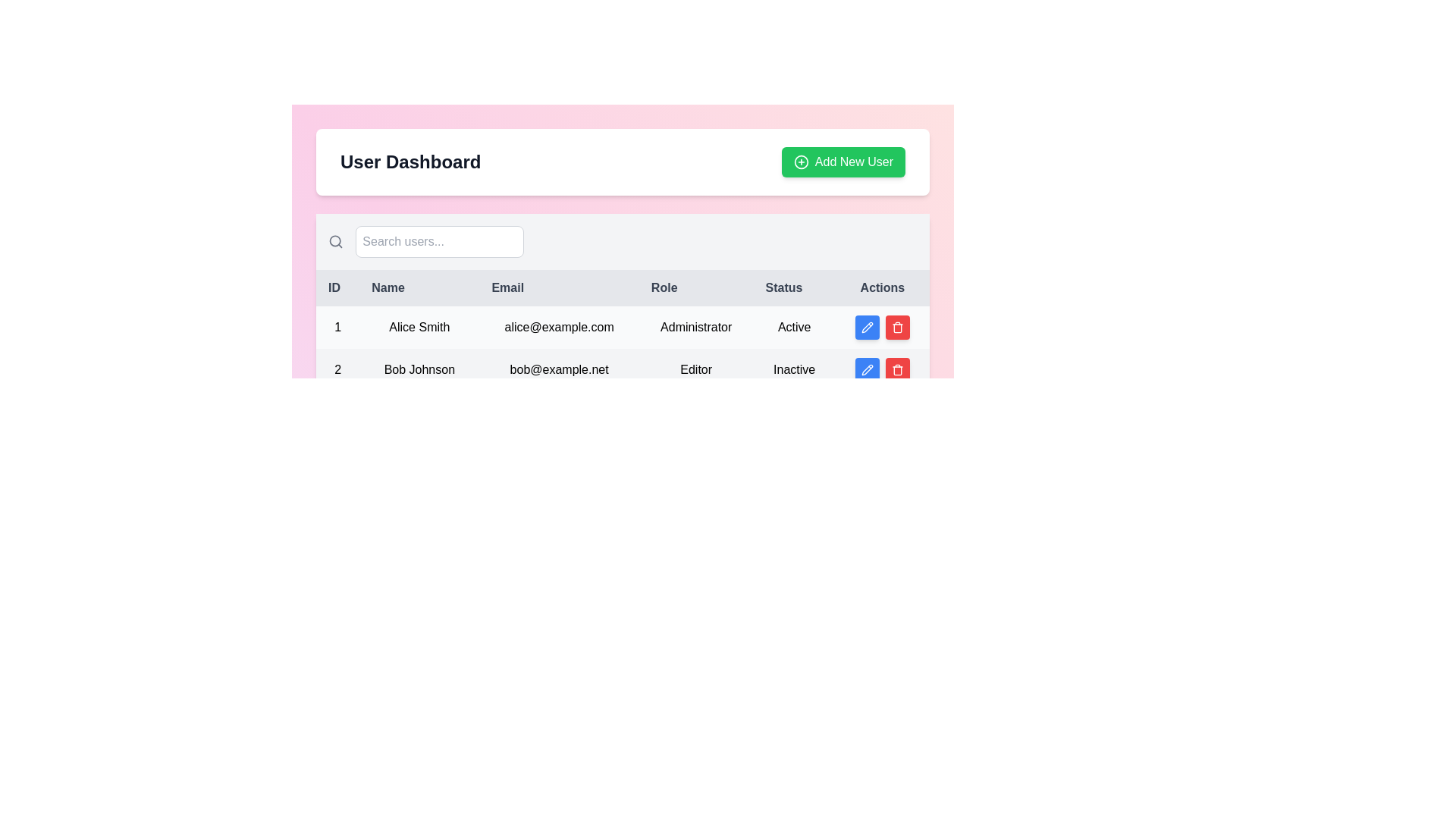 The image size is (1456, 819). What do you see at coordinates (337, 370) in the screenshot?
I see `the Text label displaying the ID number of an entry in the first cell of the second row of the table` at bounding box center [337, 370].